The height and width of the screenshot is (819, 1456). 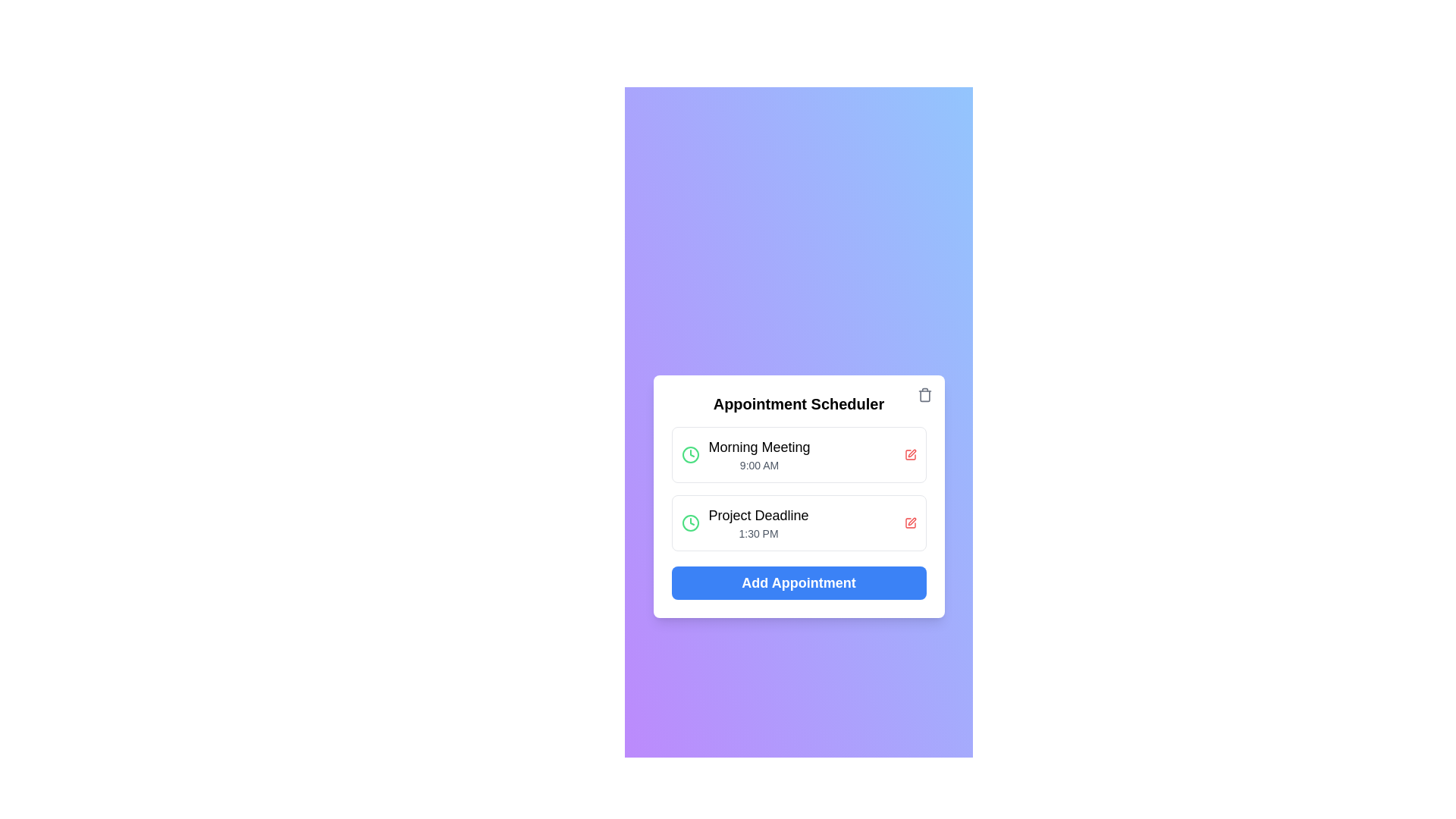 I want to click on text label displaying 'Project Deadline' located at the top of the second list item in the 'Appointment Scheduler' interface to understand the appointment title, so click(x=758, y=514).